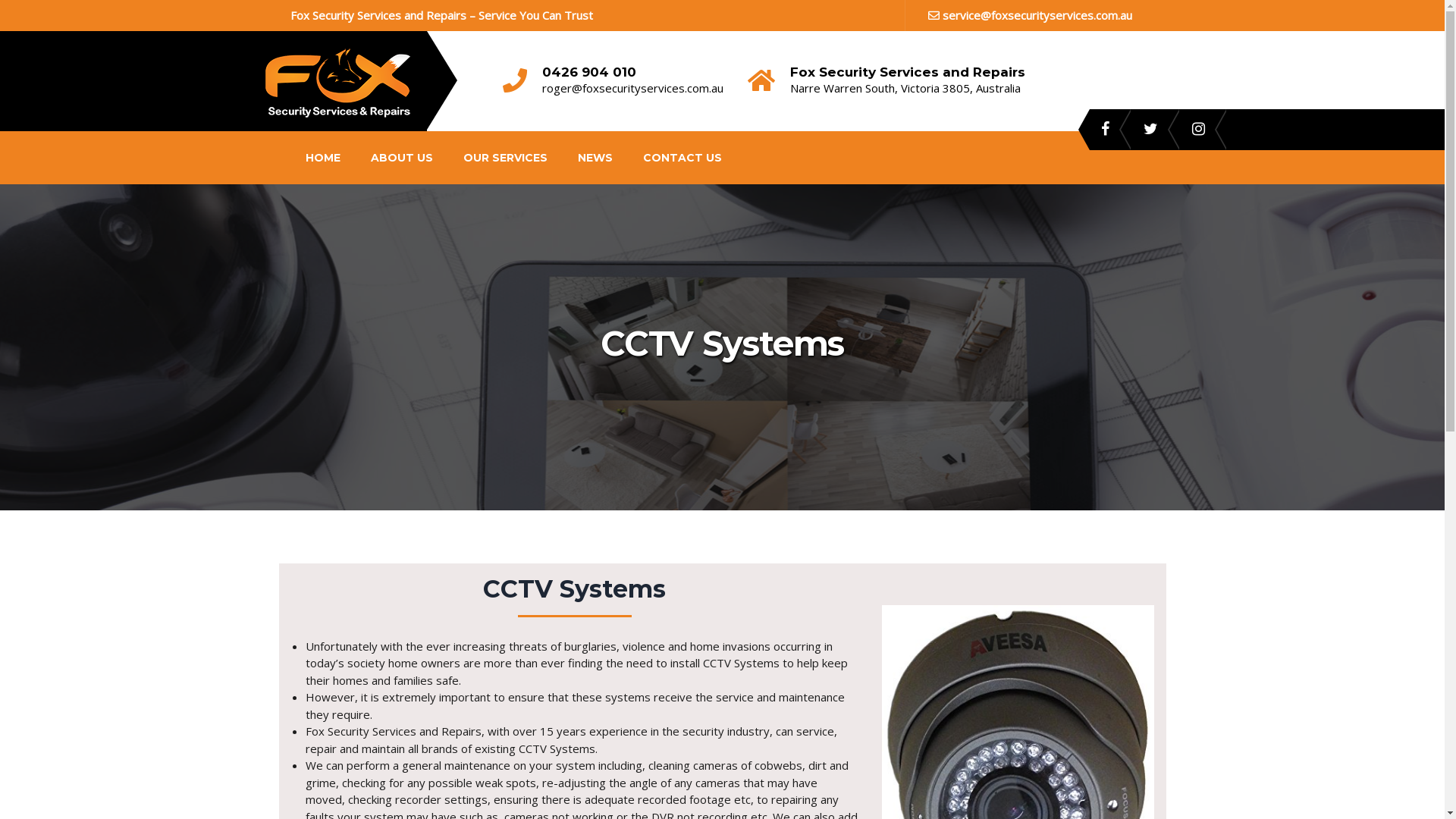  What do you see at coordinates (927, 14) in the screenshot?
I see `'service@foxsecurityservices.com.au'` at bounding box center [927, 14].